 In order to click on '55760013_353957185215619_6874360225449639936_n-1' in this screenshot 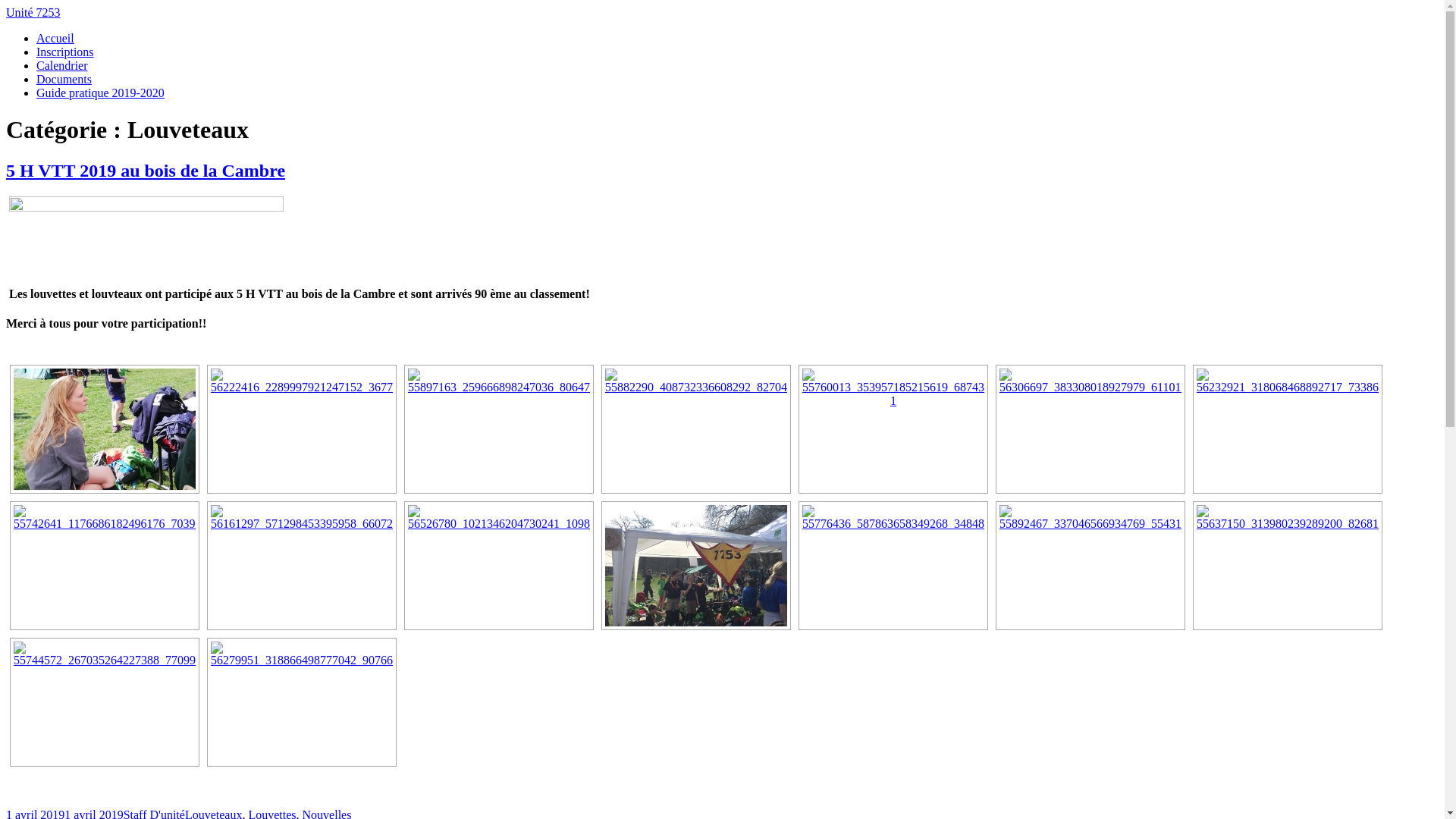, I will do `click(893, 429)`.